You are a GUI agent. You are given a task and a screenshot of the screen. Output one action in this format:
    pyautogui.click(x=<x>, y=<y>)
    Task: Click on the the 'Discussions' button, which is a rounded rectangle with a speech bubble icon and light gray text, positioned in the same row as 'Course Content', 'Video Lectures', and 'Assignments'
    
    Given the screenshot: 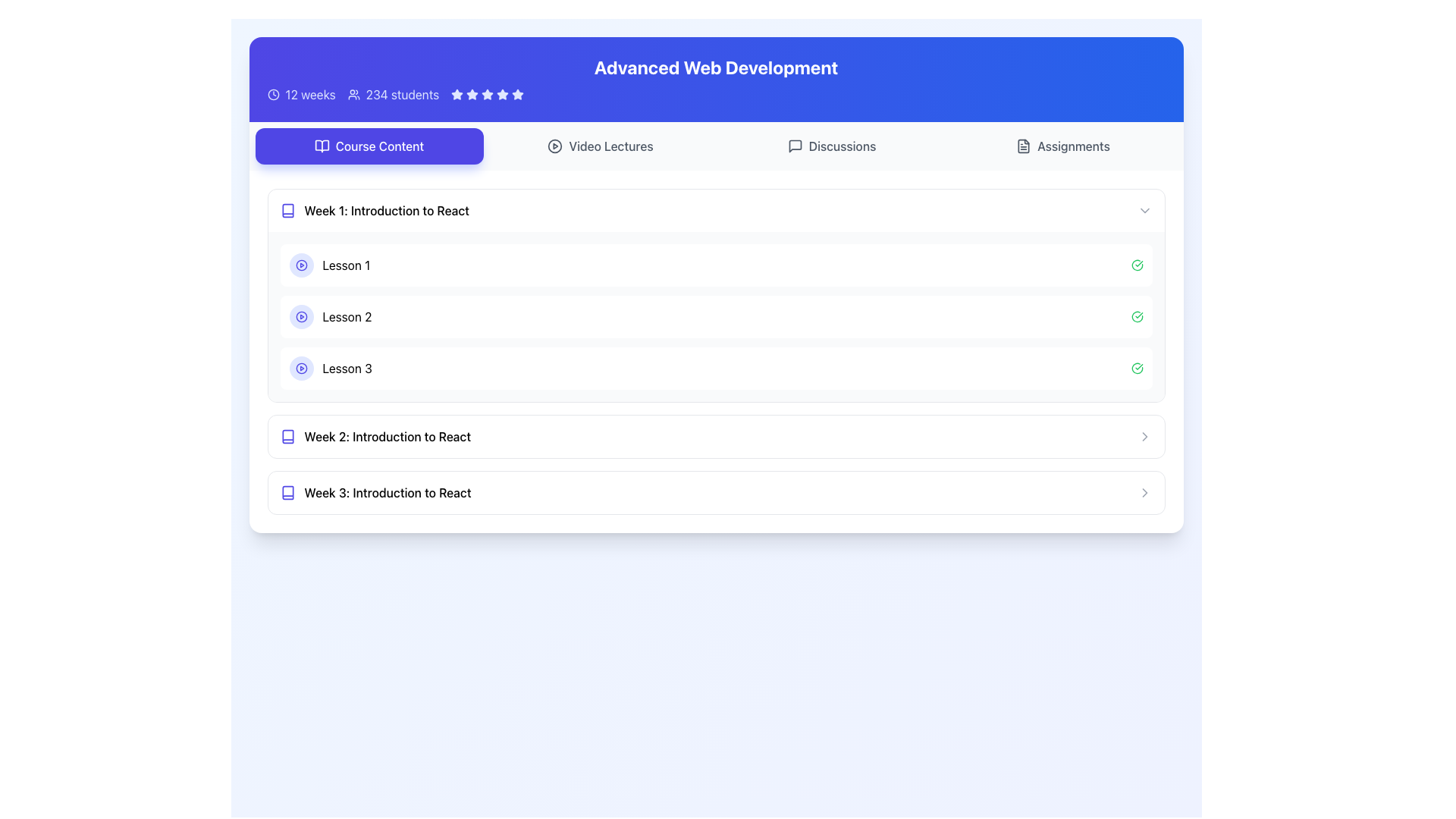 What is the action you would take?
    pyautogui.click(x=831, y=146)
    